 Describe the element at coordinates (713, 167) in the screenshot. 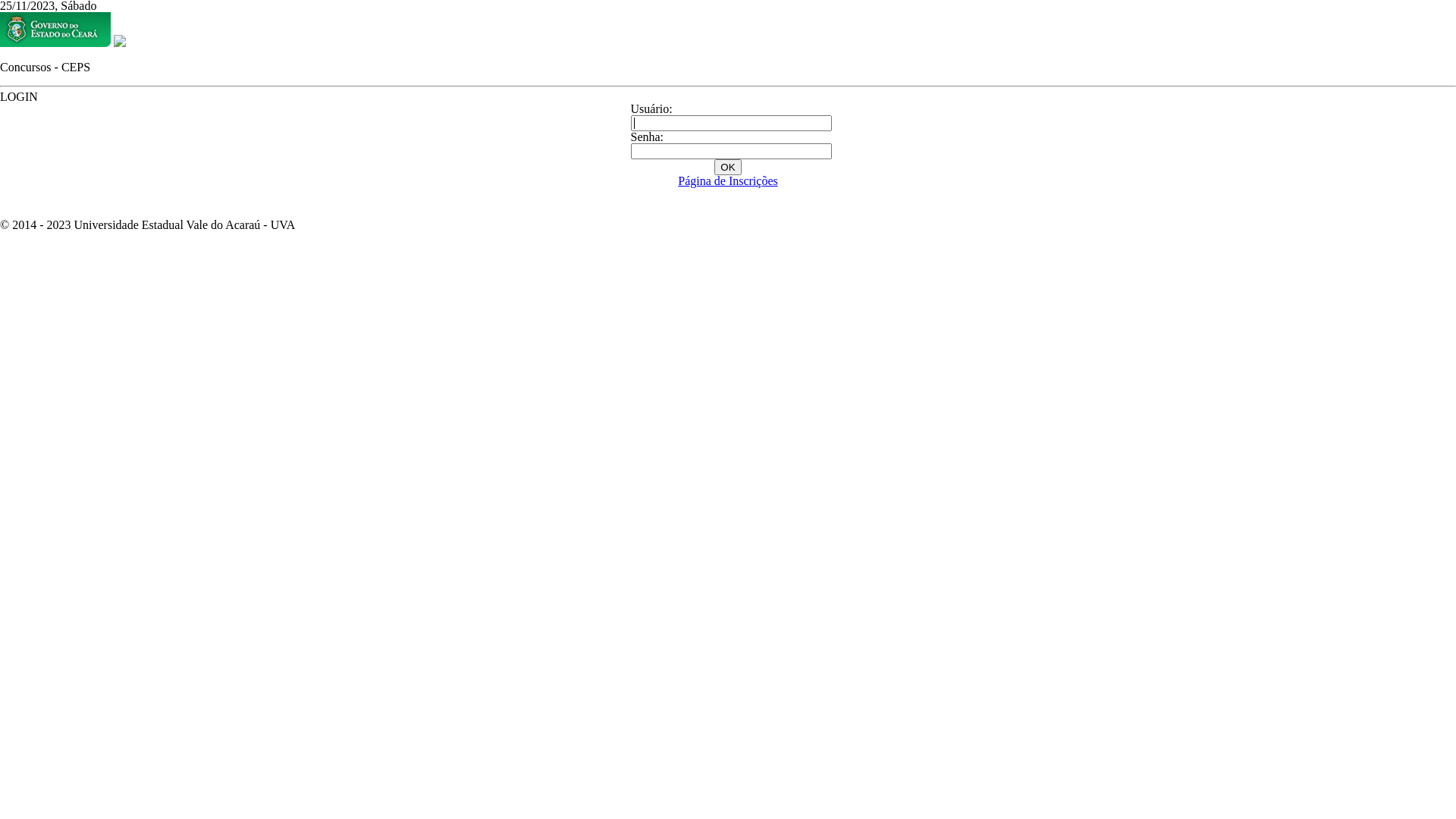

I see `'OK'` at that location.